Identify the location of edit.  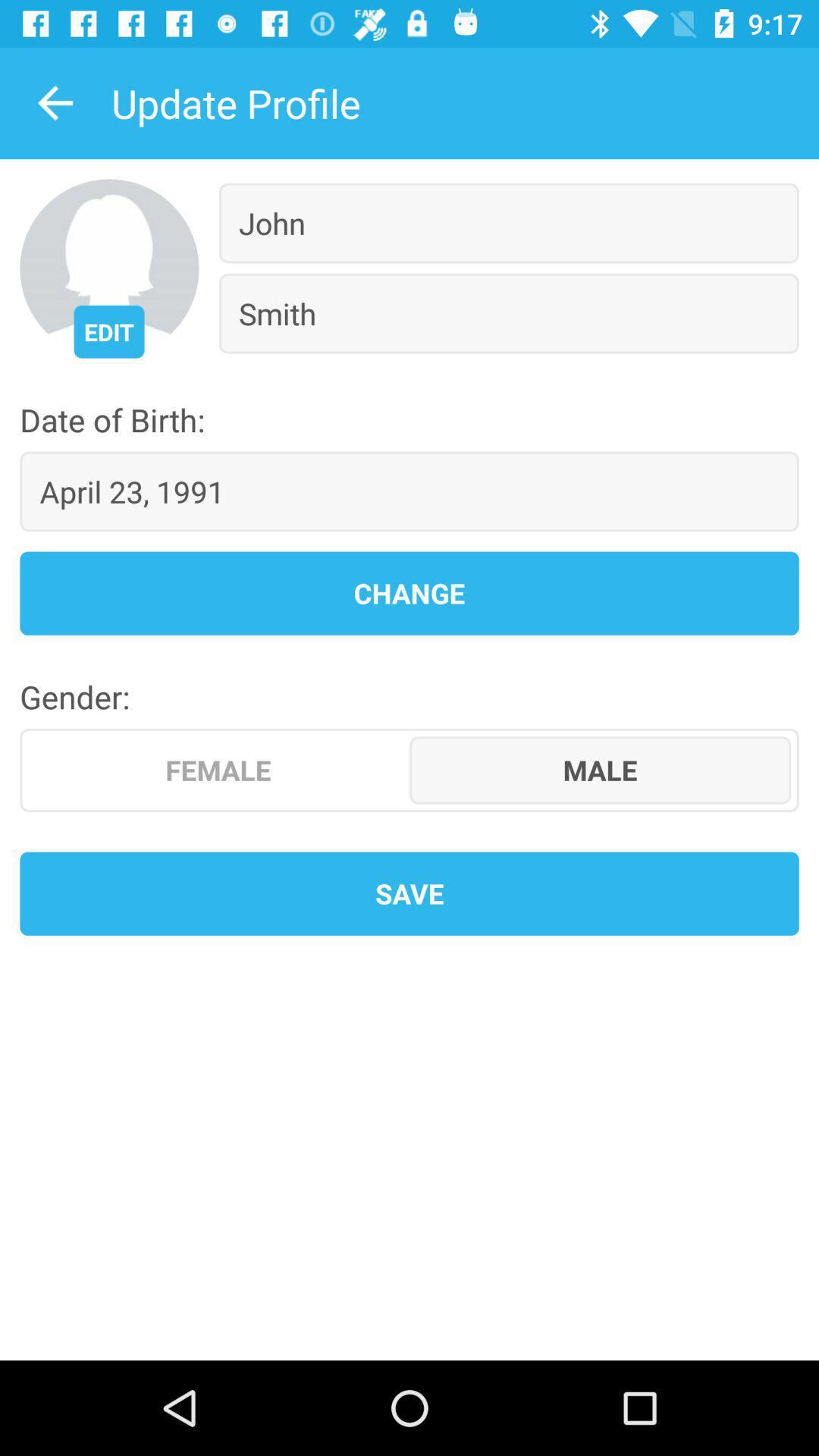
(108, 331).